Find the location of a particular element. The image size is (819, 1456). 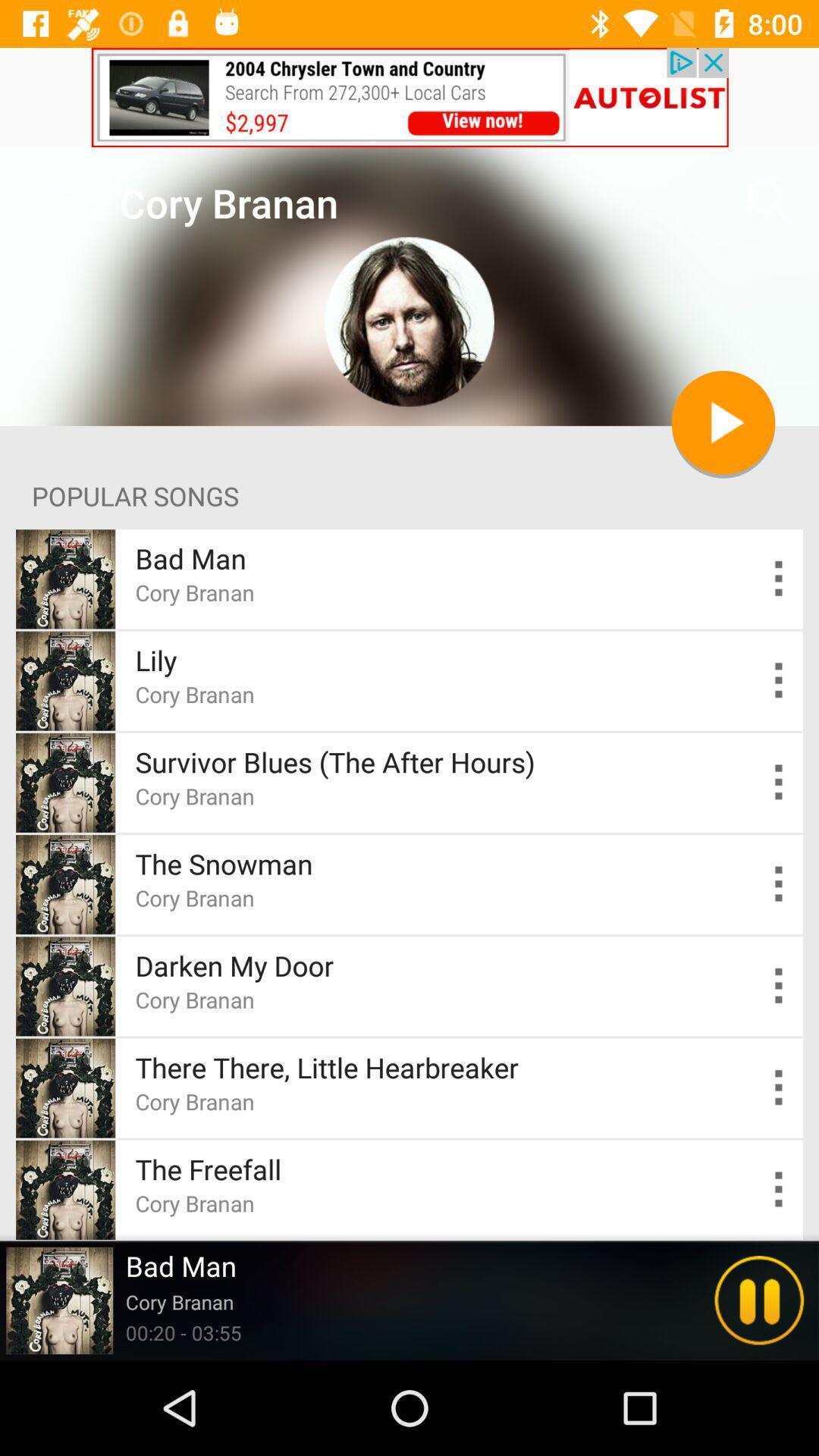

the more icon is located at coordinates (779, 1087).